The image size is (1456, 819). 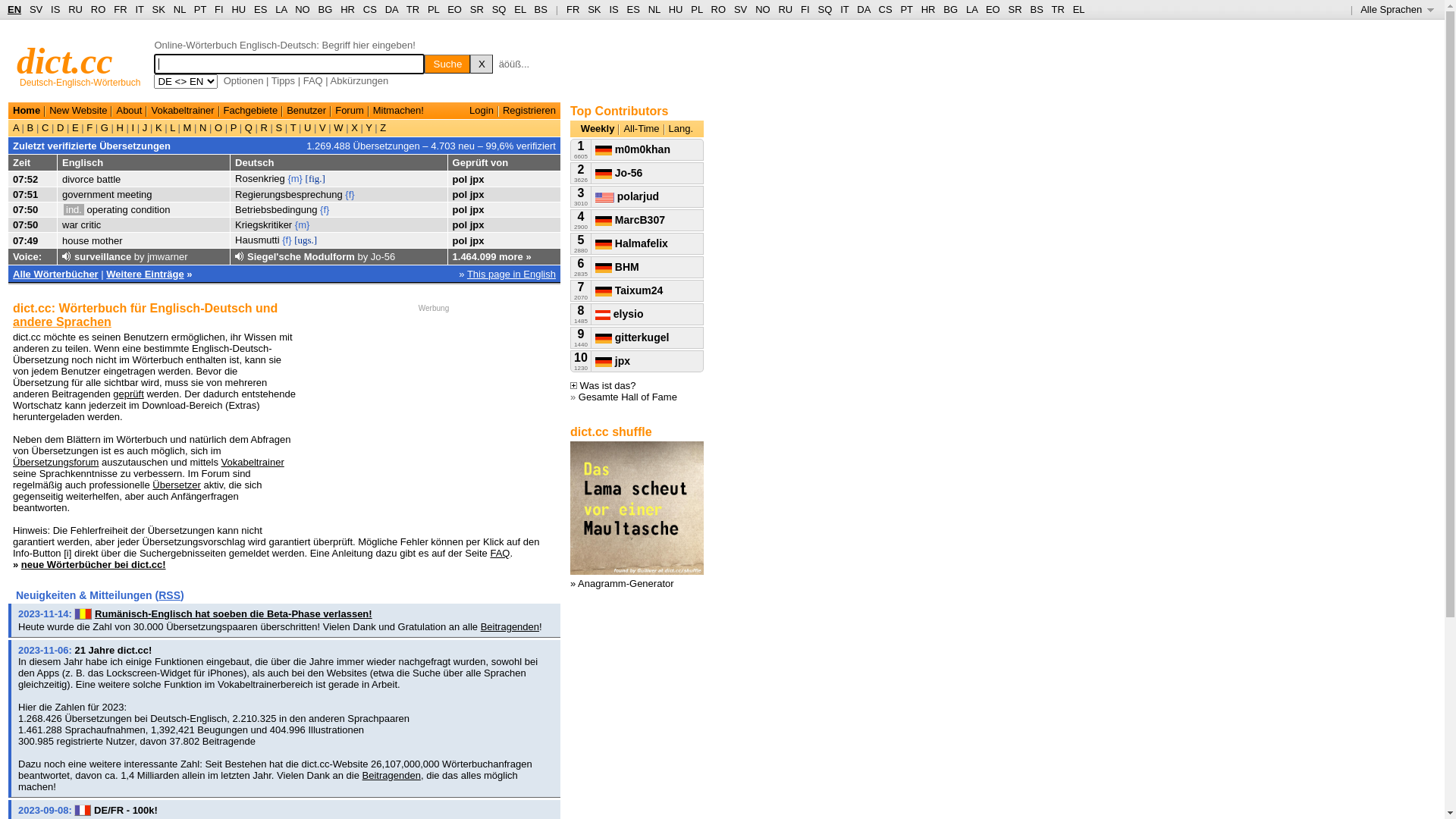 What do you see at coordinates (273, 127) in the screenshot?
I see `'S'` at bounding box center [273, 127].